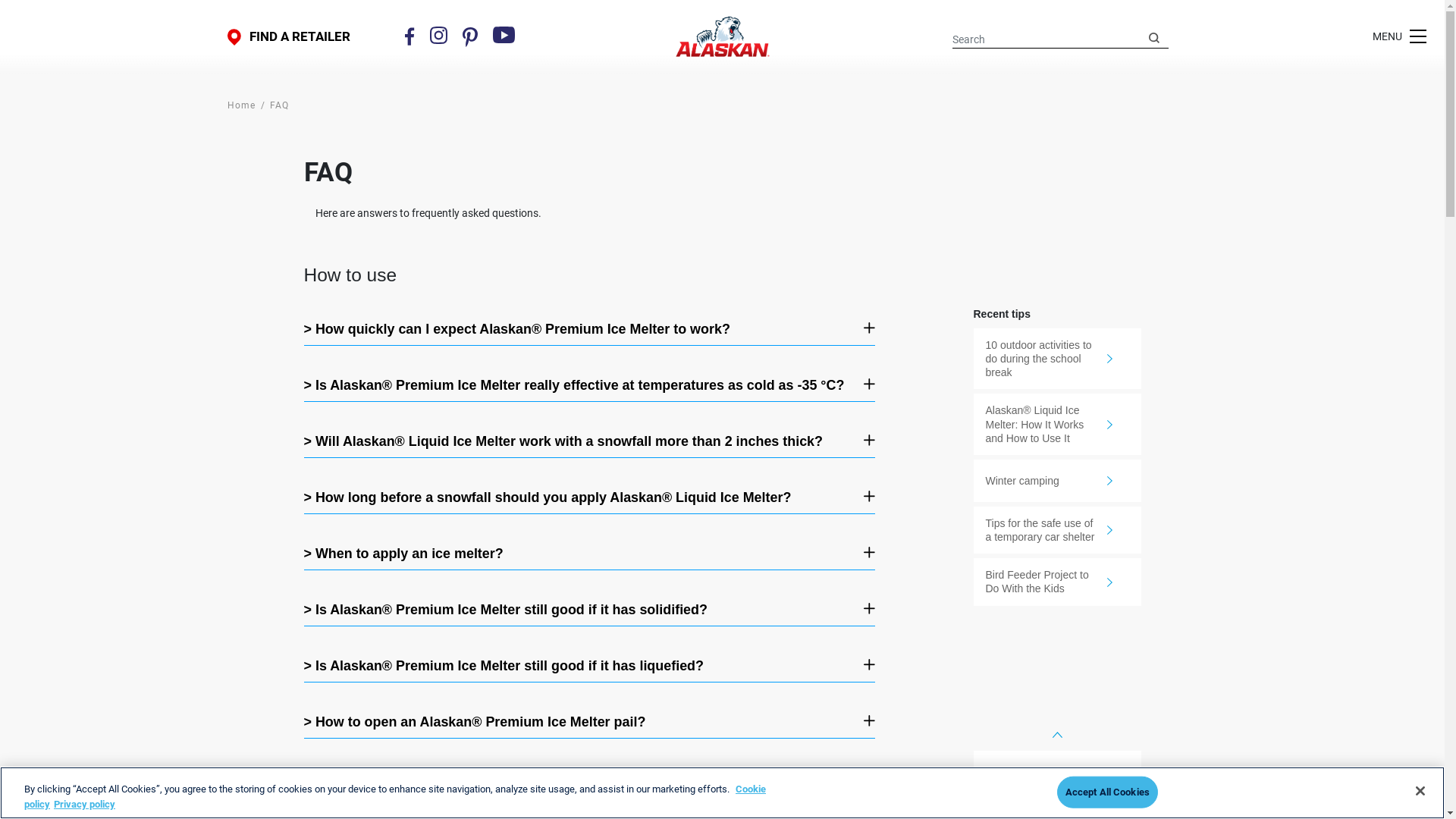  What do you see at coordinates (578, 554) in the screenshot?
I see `'> When to apply an ice melter?'` at bounding box center [578, 554].